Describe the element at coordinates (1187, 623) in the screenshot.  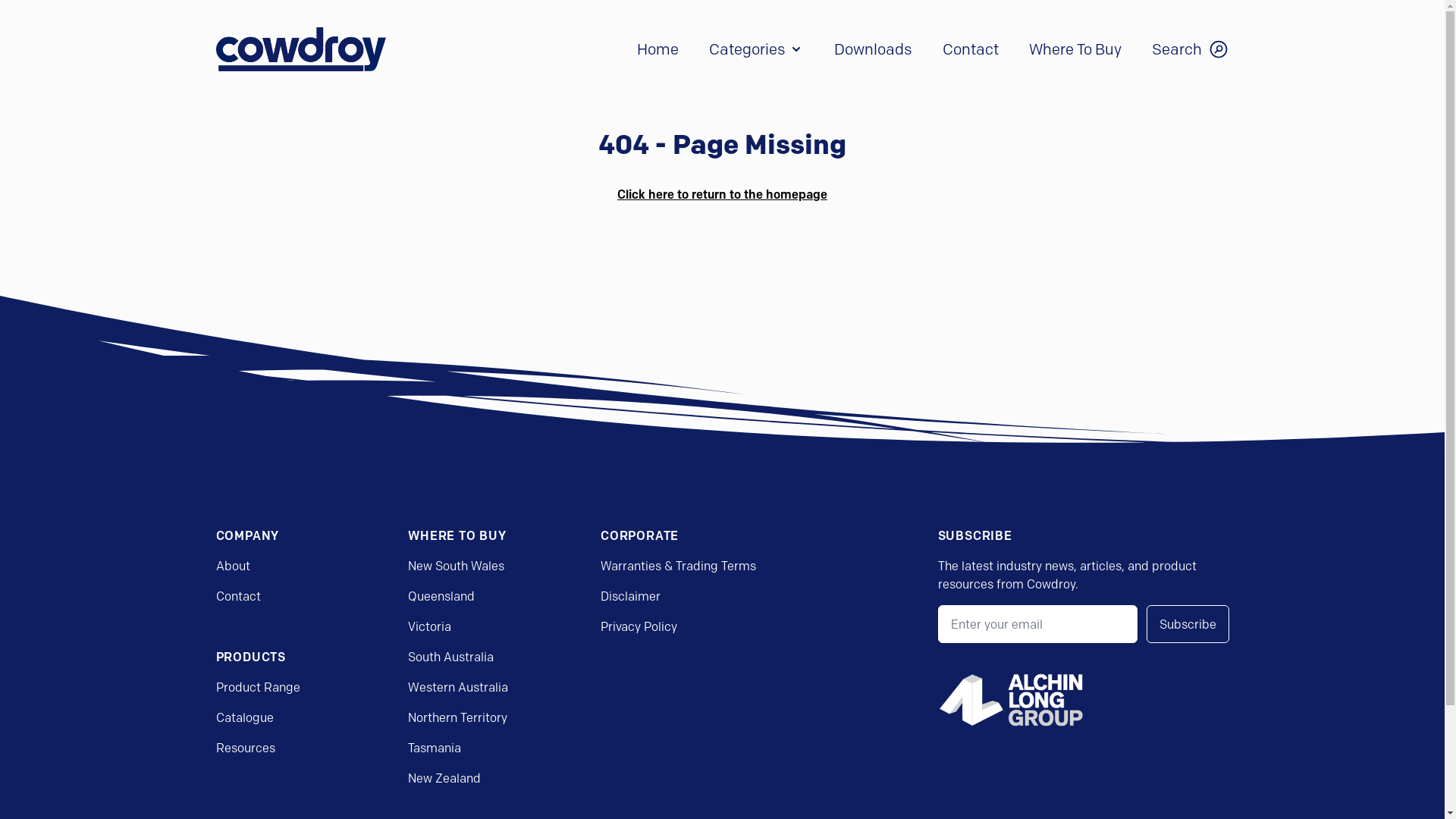
I see `'Subscribe'` at that location.